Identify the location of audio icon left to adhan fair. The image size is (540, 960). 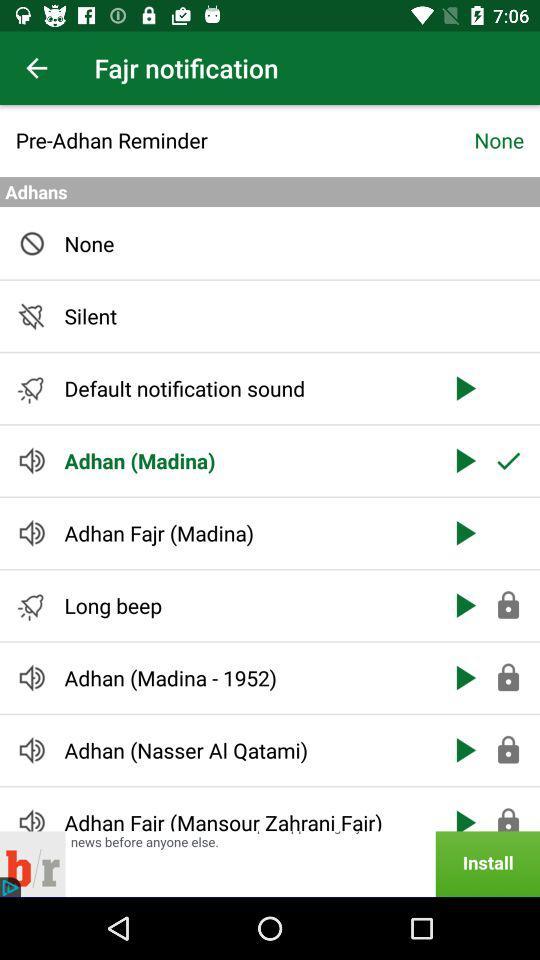
(31, 818).